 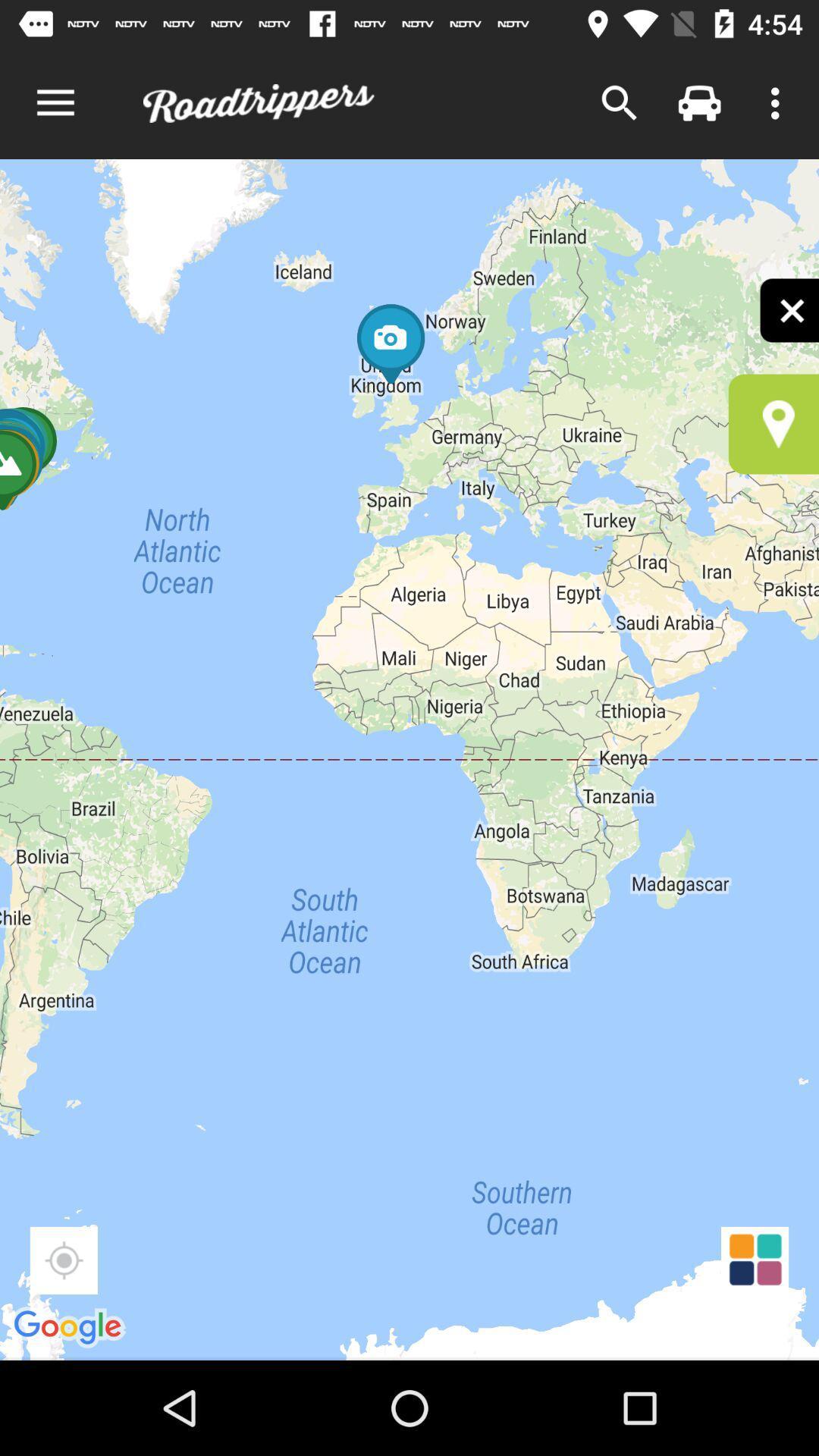 What do you see at coordinates (63, 1260) in the screenshot?
I see `the location_crosshair icon` at bounding box center [63, 1260].